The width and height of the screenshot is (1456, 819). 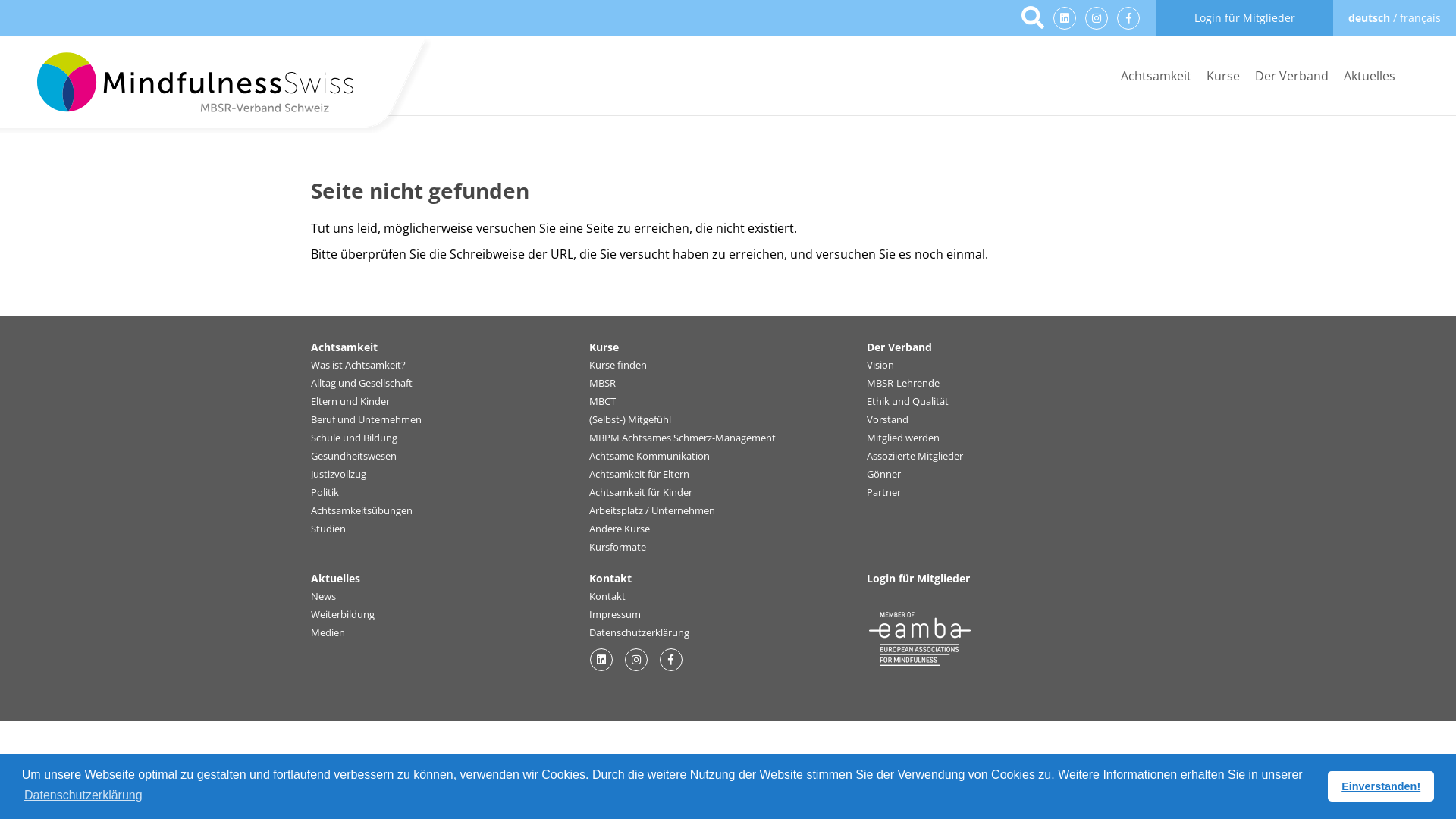 I want to click on 'News', so click(x=322, y=595).